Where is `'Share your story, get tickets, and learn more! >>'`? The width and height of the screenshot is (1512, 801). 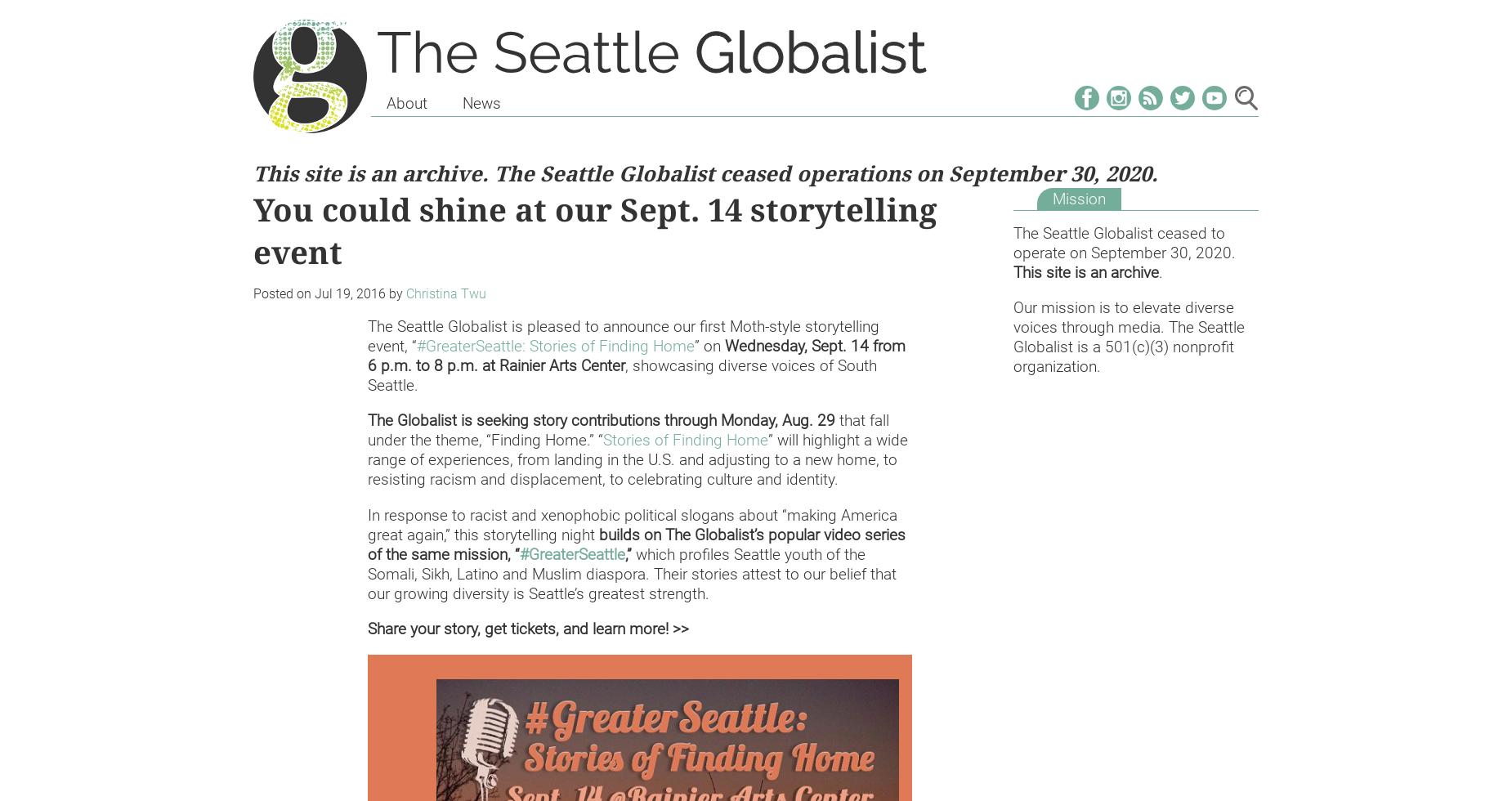 'Share your story, get tickets, and learn more! >>' is located at coordinates (366, 628).